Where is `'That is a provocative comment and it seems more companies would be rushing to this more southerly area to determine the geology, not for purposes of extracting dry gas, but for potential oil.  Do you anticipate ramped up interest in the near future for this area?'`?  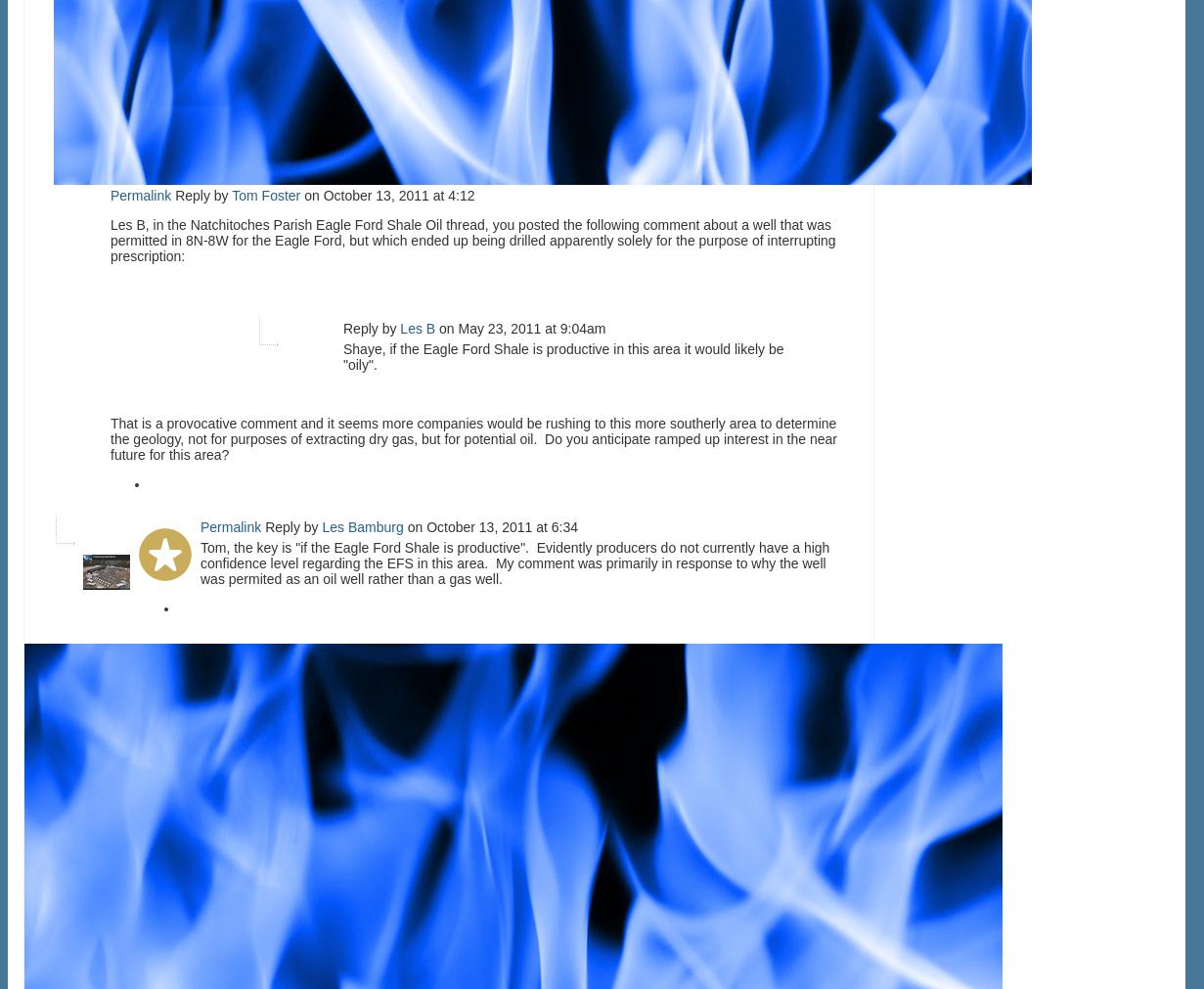 'That is a provocative comment and it seems more companies would be rushing to this more southerly area to determine the geology, not for purposes of extracting dry gas, but for potential oil.  Do you anticipate ramped up interest in the near future for this area?' is located at coordinates (111, 437).